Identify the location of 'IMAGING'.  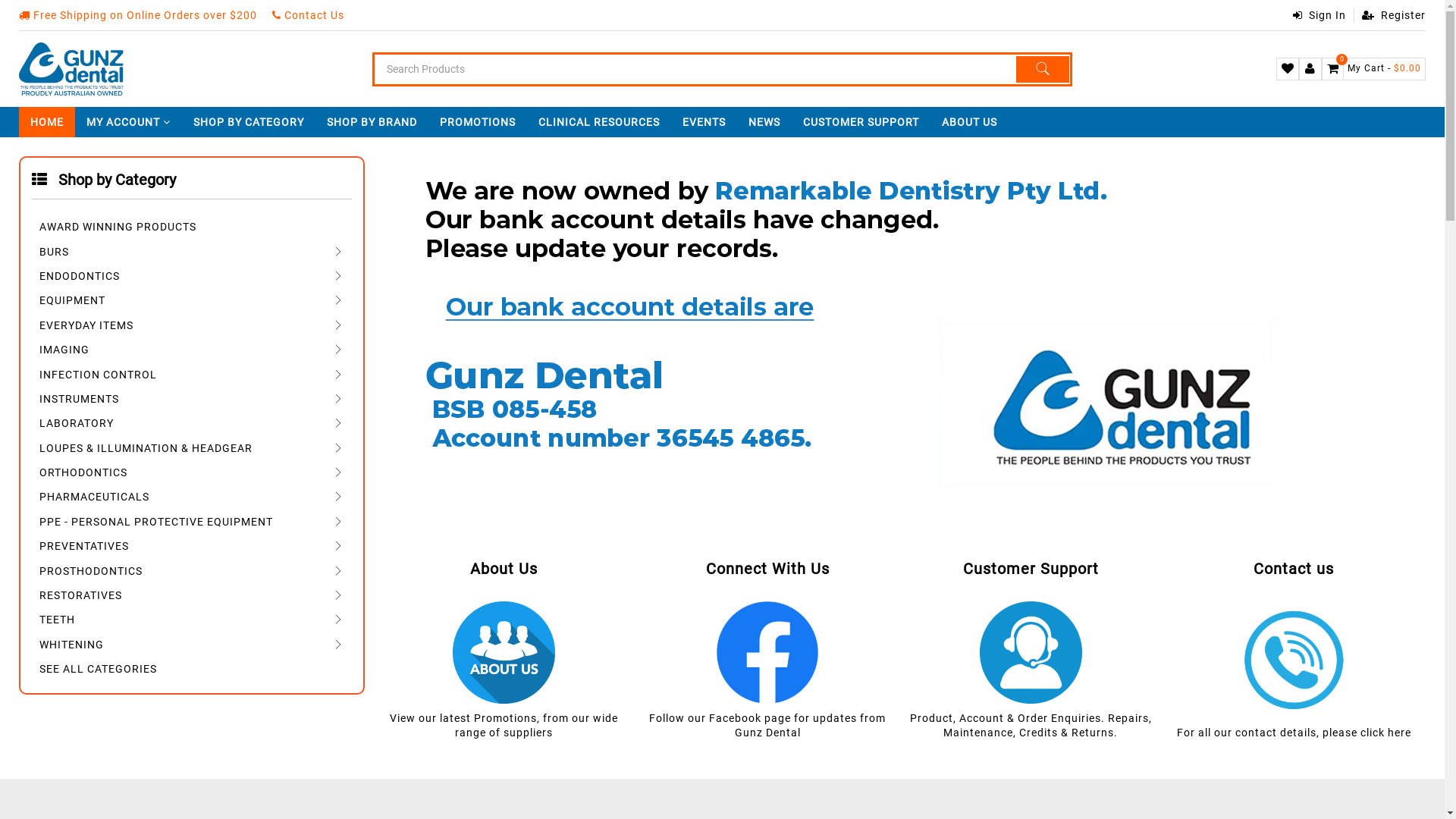
(191, 349).